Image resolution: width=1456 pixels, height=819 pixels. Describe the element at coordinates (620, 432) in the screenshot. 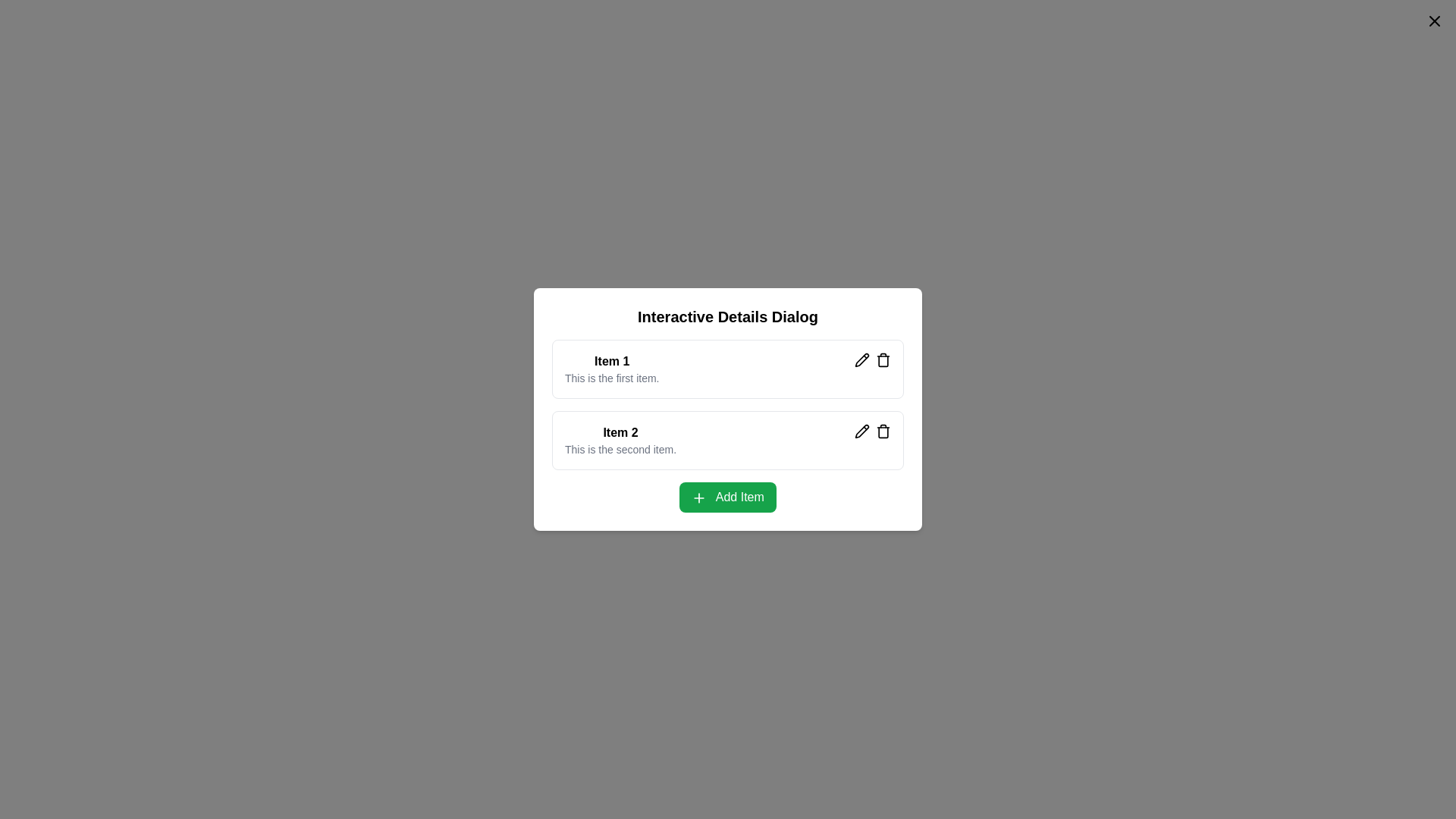

I see `the title text label for the second item in the list, which is centered below 'Item 1' and above the description 'This is the second item.'` at that location.